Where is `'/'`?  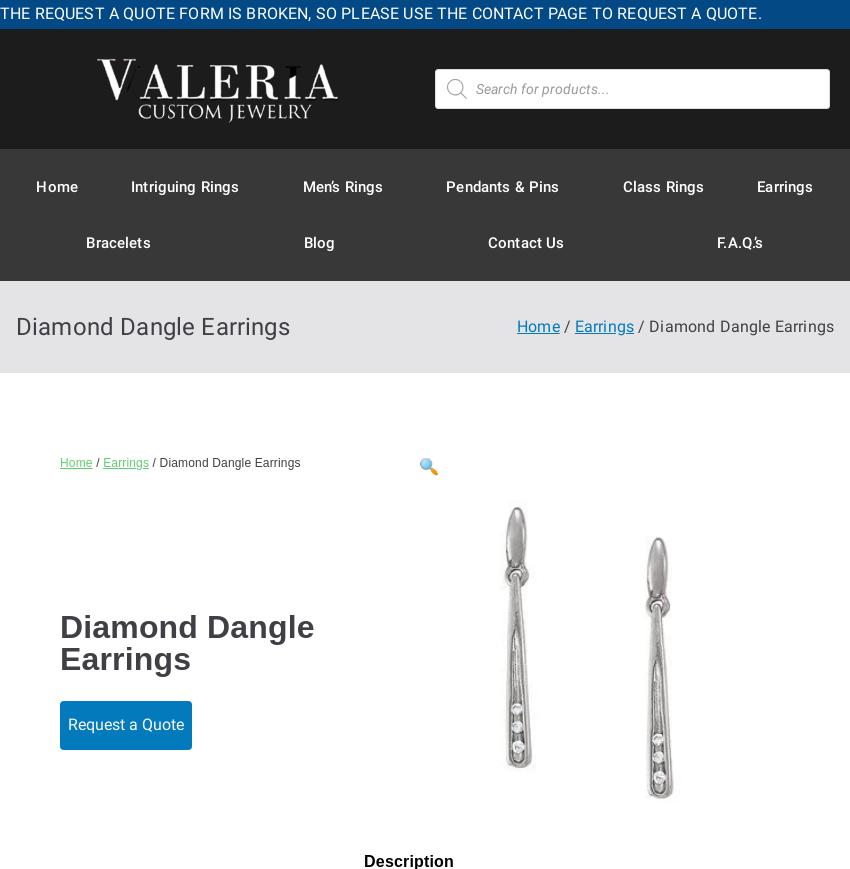
'/' is located at coordinates (96, 461).